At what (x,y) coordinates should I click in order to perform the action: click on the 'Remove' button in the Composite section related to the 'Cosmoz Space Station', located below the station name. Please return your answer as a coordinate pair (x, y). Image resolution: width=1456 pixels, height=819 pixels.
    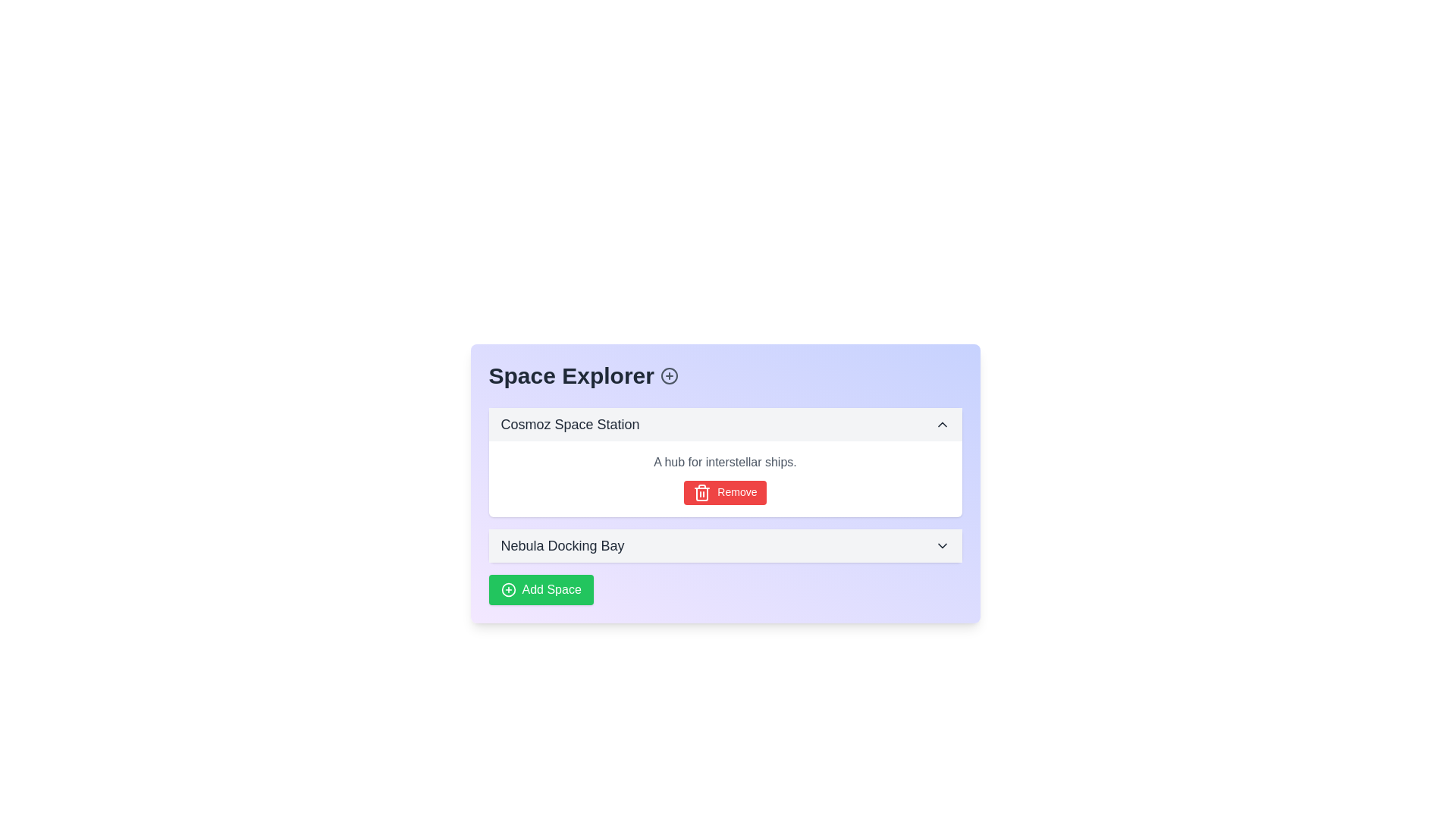
    Looking at the image, I should click on (724, 479).